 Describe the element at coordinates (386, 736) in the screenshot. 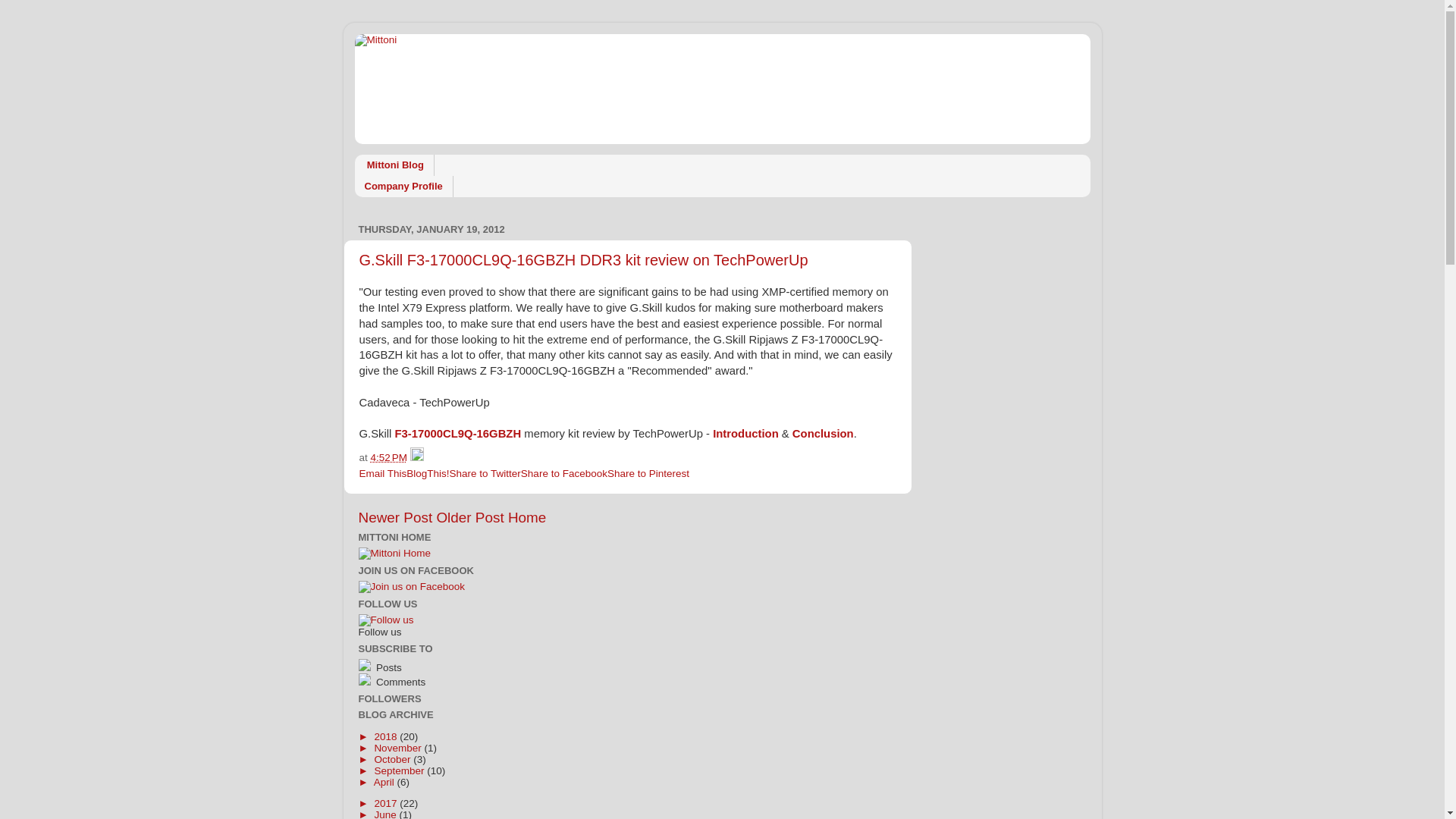

I see `'2018'` at that location.